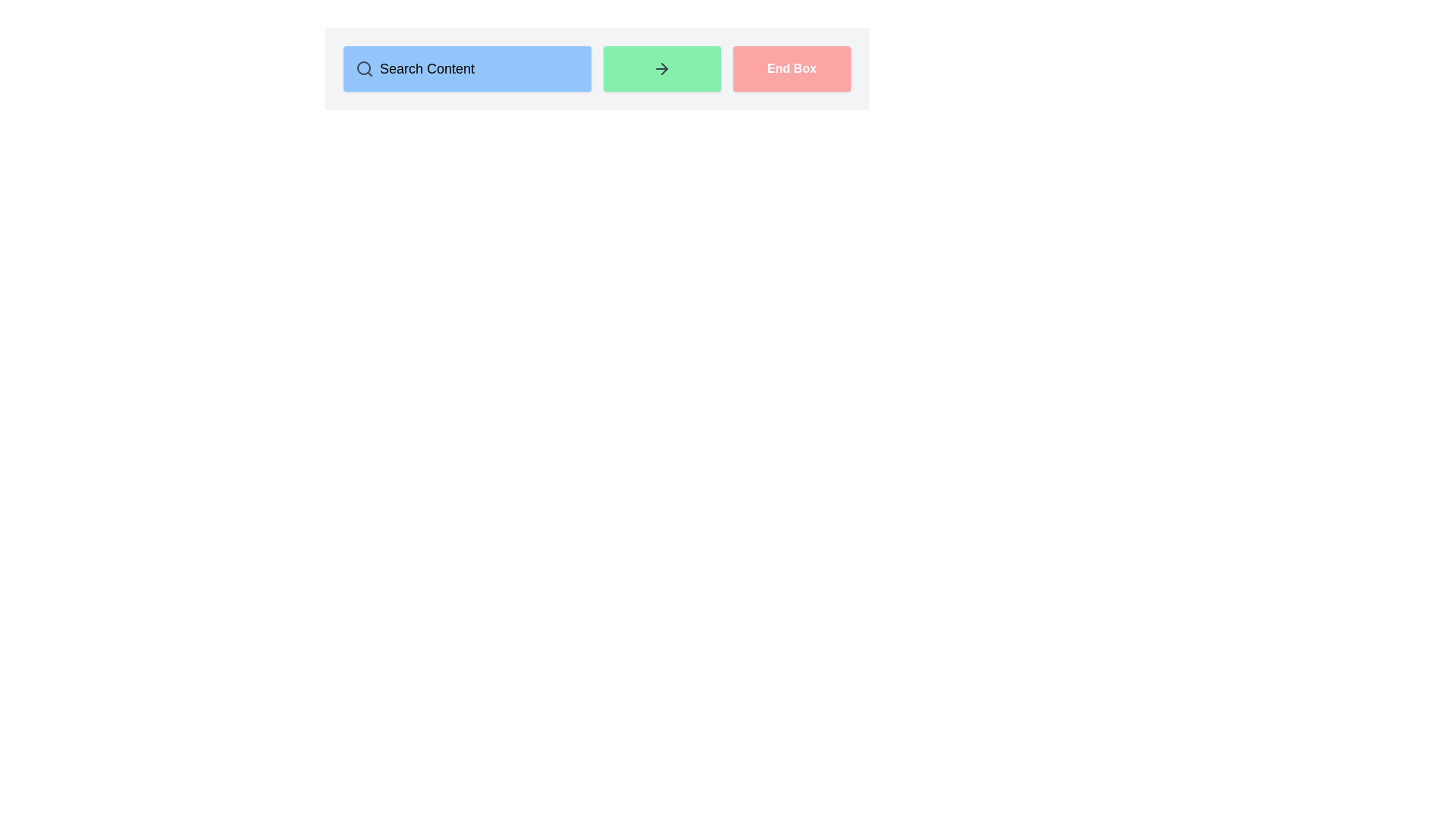  What do you see at coordinates (426, 69) in the screenshot?
I see `the 'Search Content' text label which is a bold, medium-sized font with a light blue background, positioned next to a search icon` at bounding box center [426, 69].